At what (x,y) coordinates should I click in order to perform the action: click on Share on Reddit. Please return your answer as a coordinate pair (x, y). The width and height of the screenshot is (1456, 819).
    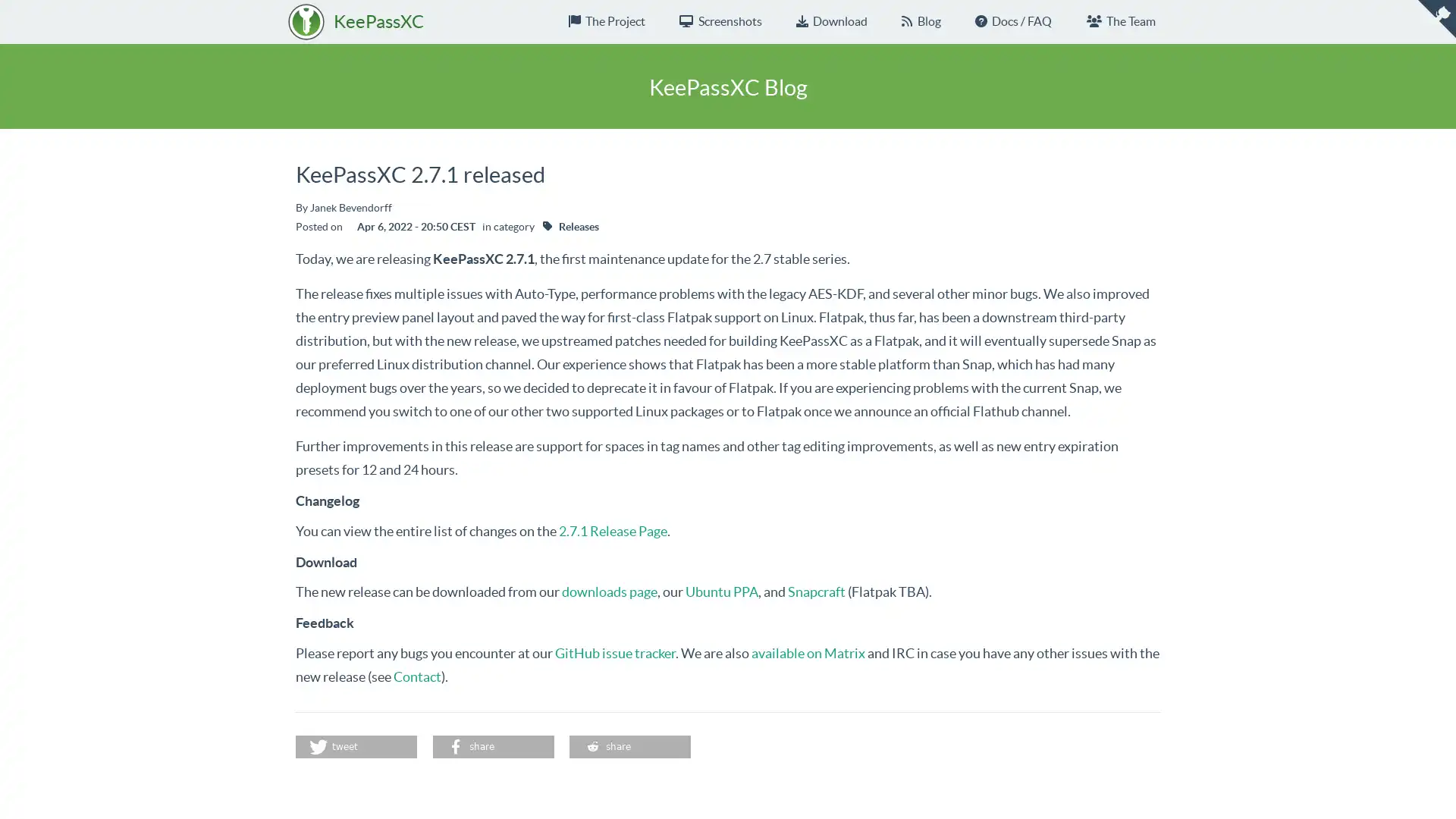
    Looking at the image, I should click on (629, 745).